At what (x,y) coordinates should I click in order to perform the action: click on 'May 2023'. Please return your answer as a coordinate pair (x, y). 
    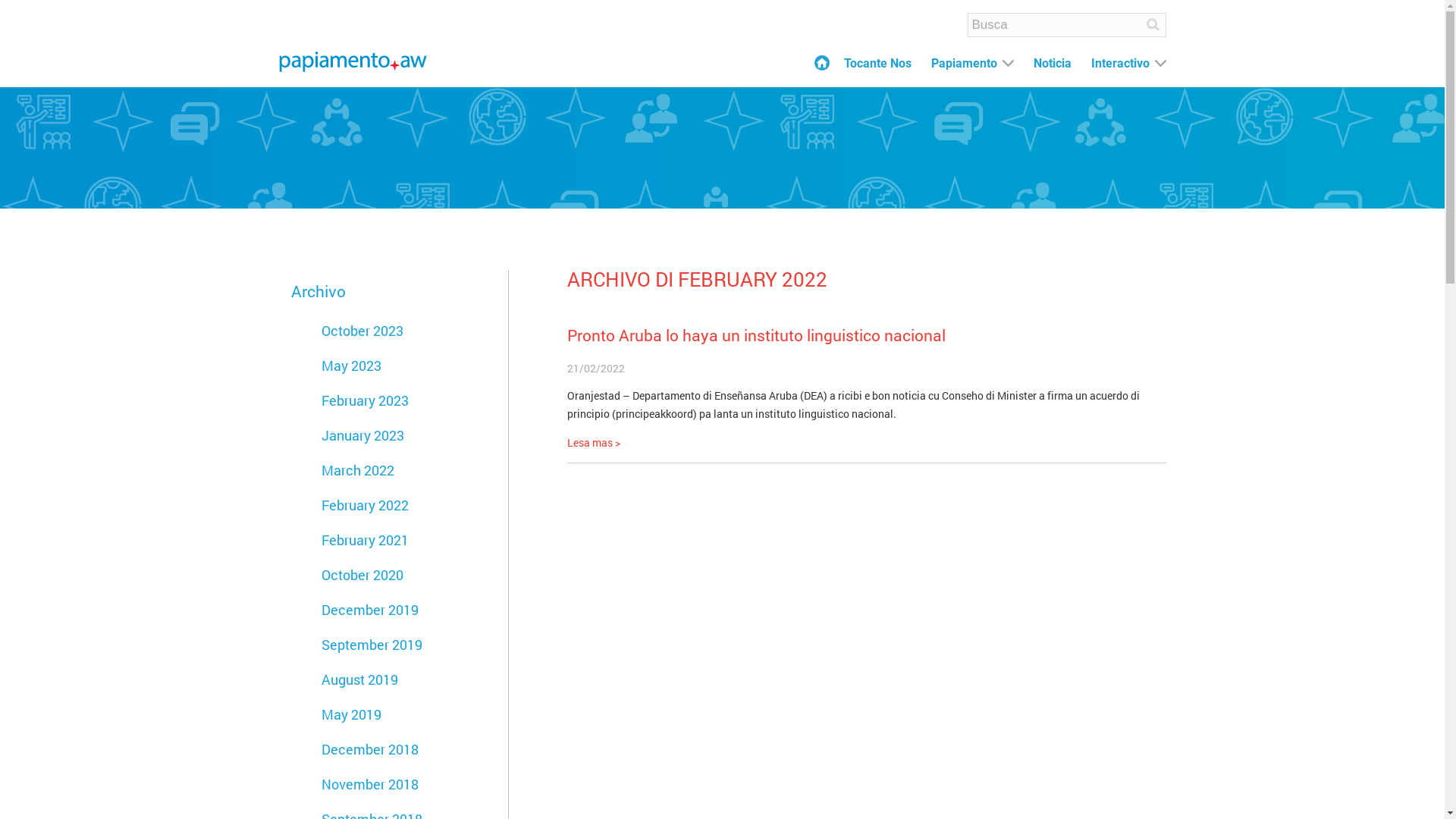
    Looking at the image, I should click on (350, 366).